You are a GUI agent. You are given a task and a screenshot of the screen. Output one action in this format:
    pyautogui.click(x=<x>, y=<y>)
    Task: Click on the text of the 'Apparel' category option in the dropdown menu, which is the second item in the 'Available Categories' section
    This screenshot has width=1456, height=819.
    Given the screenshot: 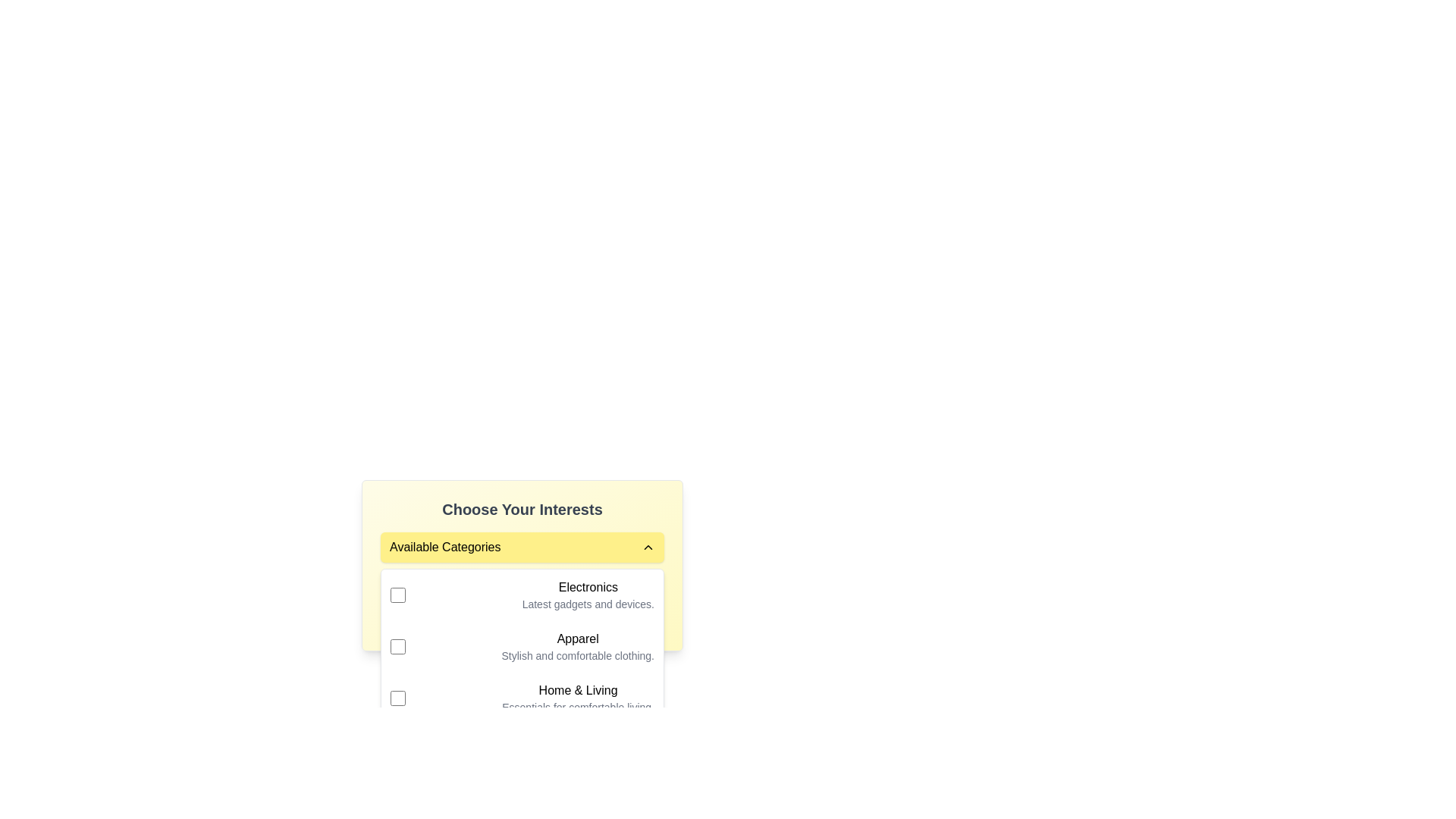 What is the action you would take?
    pyautogui.click(x=522, y=659)
    